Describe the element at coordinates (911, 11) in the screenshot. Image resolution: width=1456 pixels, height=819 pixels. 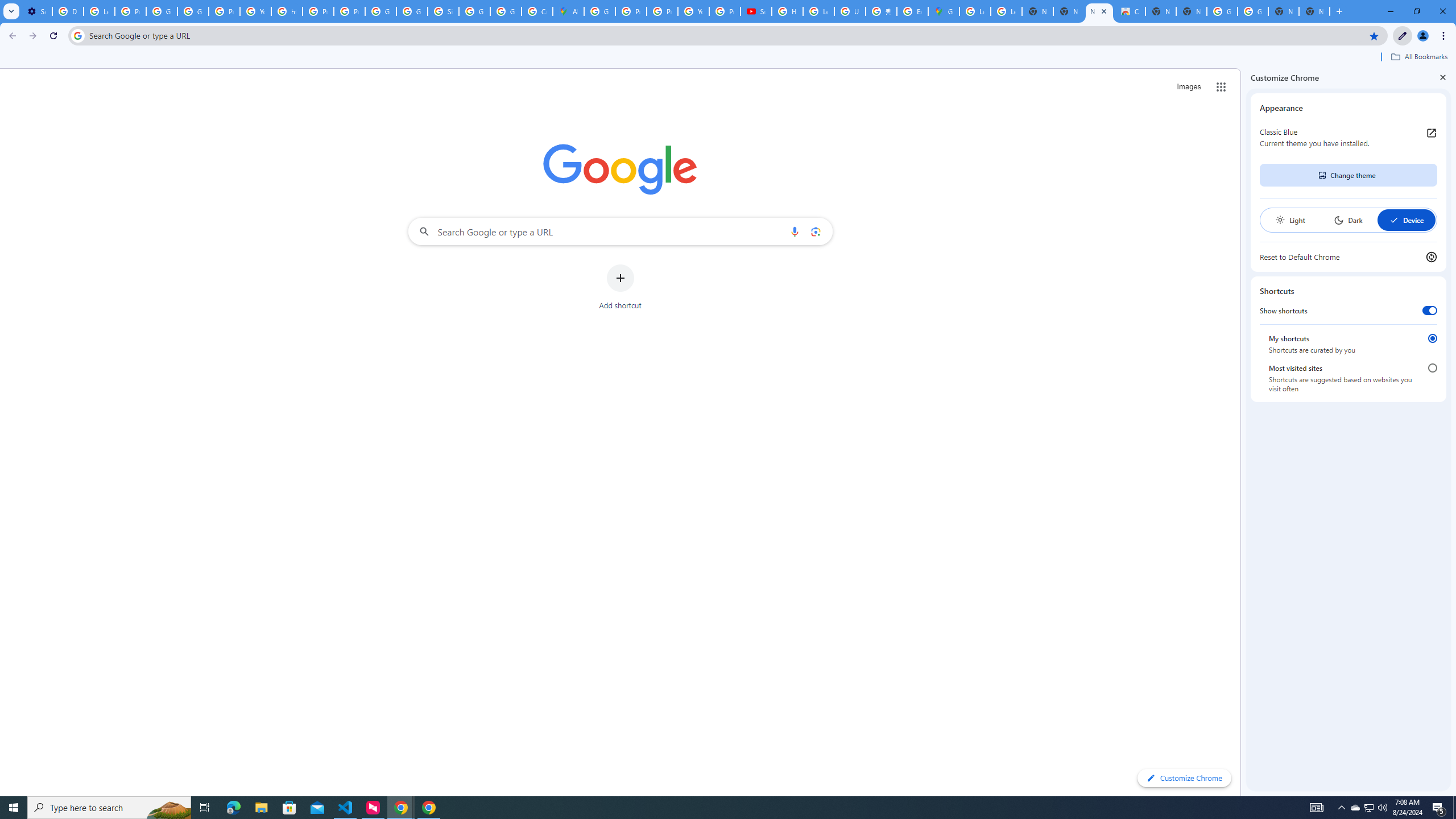
I see `'Explore new street-level details - Google Maps Help'` at that location.